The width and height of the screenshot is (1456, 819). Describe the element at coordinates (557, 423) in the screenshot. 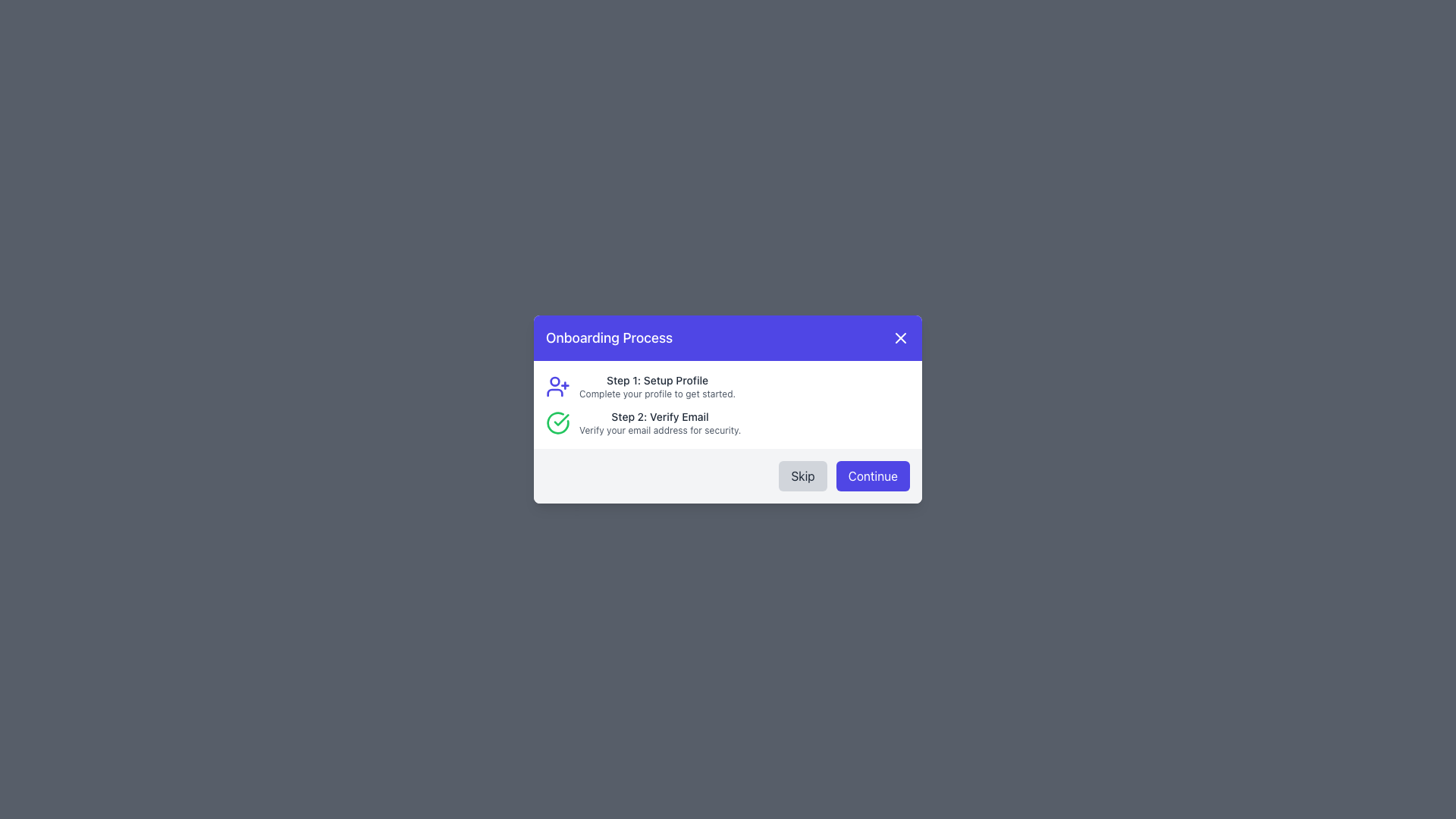

I see `the green circular icon with a checkmark indicating completion, located in the second row of steps in the 'Onboarding Process' modal, to the left of the text 'Step 2: Verify Email'` at that location.